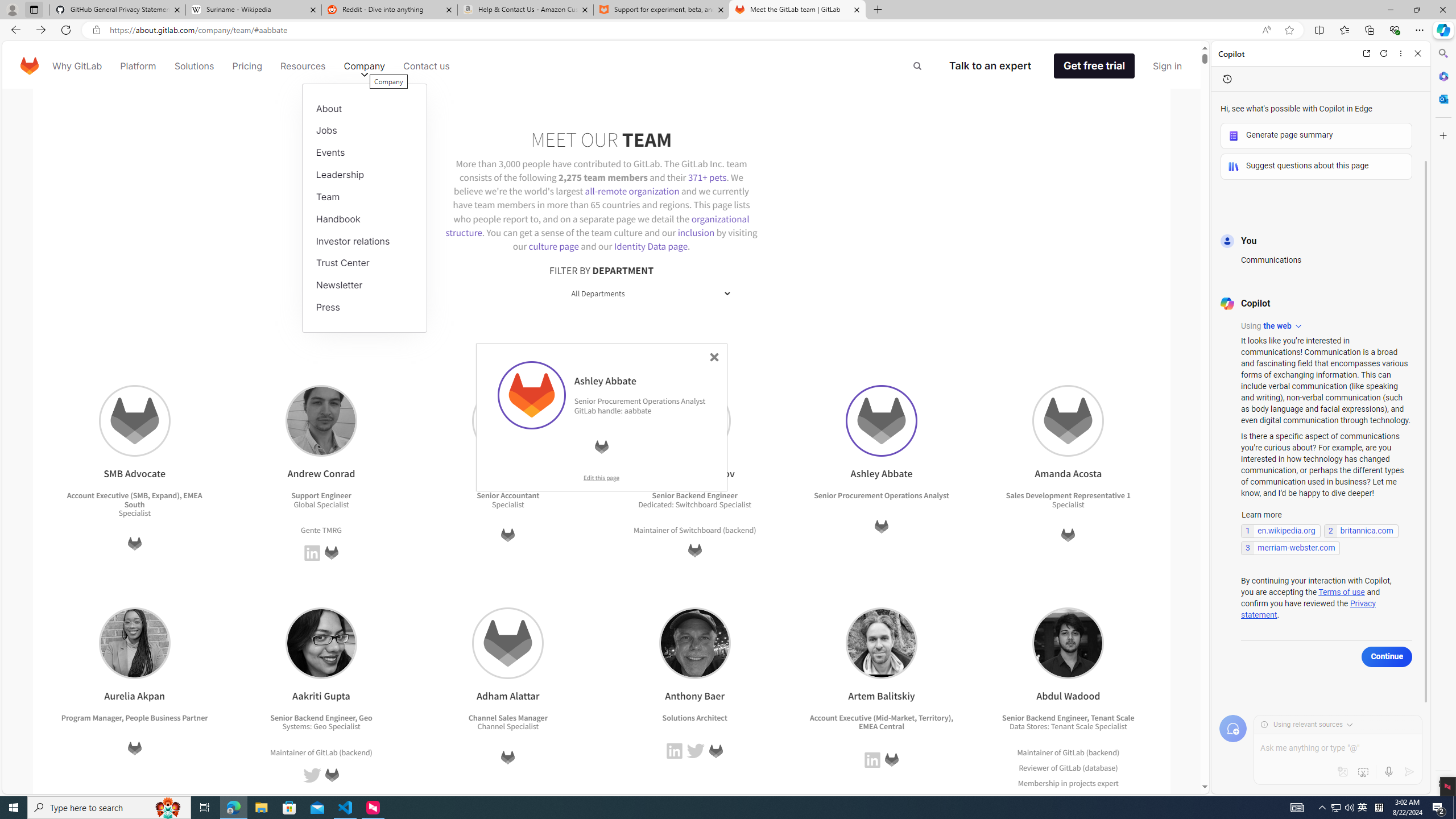 The height and width of the screenshot is (819, 1456). Describe the element at coordinates (302, 65) in the screenshot. I see `'Resources'` at that location.